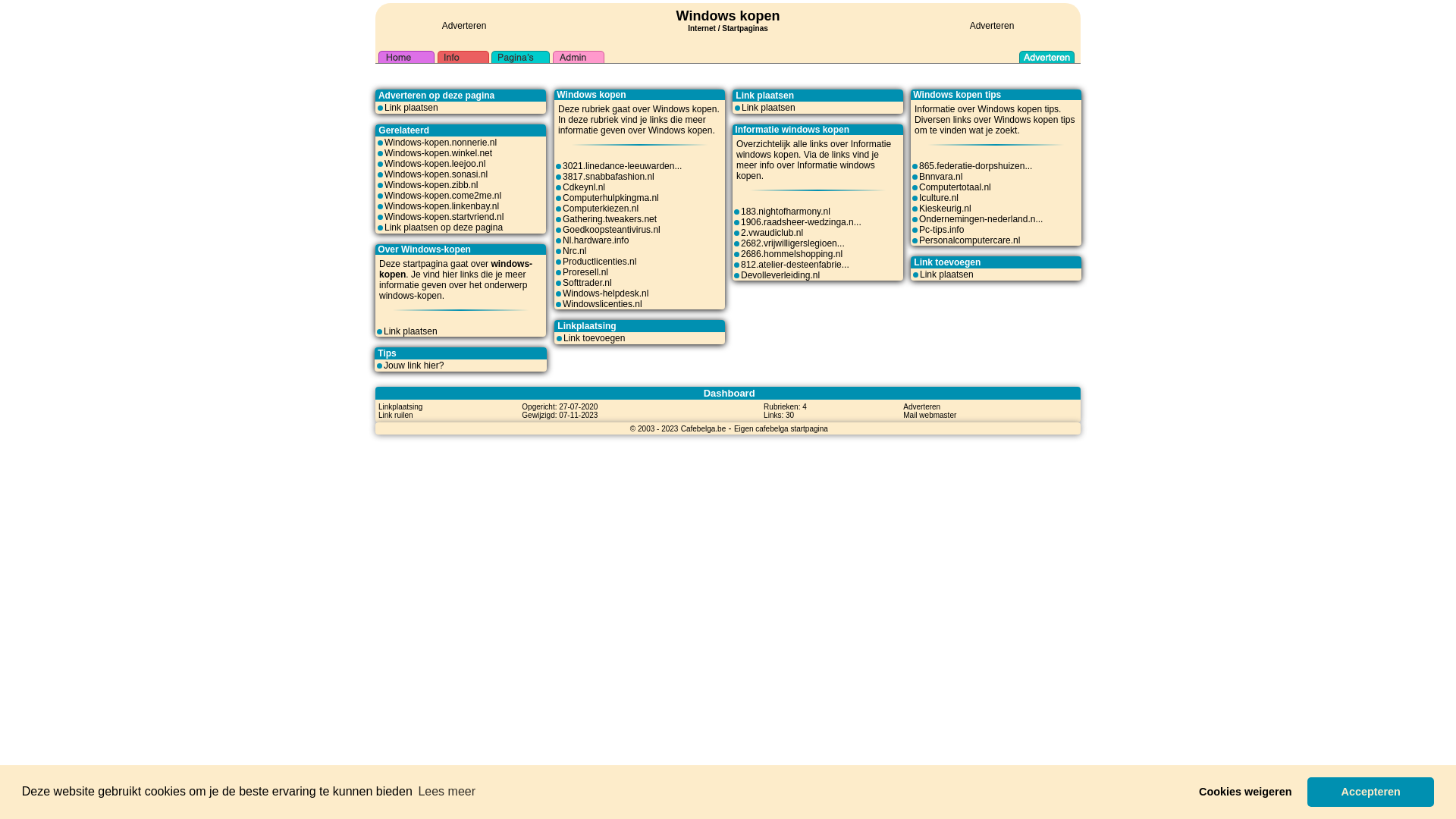 This screenshot has height=819, width=1456. I want to click on 'Windows-kopen.zibb.nl', so click(384, 184).